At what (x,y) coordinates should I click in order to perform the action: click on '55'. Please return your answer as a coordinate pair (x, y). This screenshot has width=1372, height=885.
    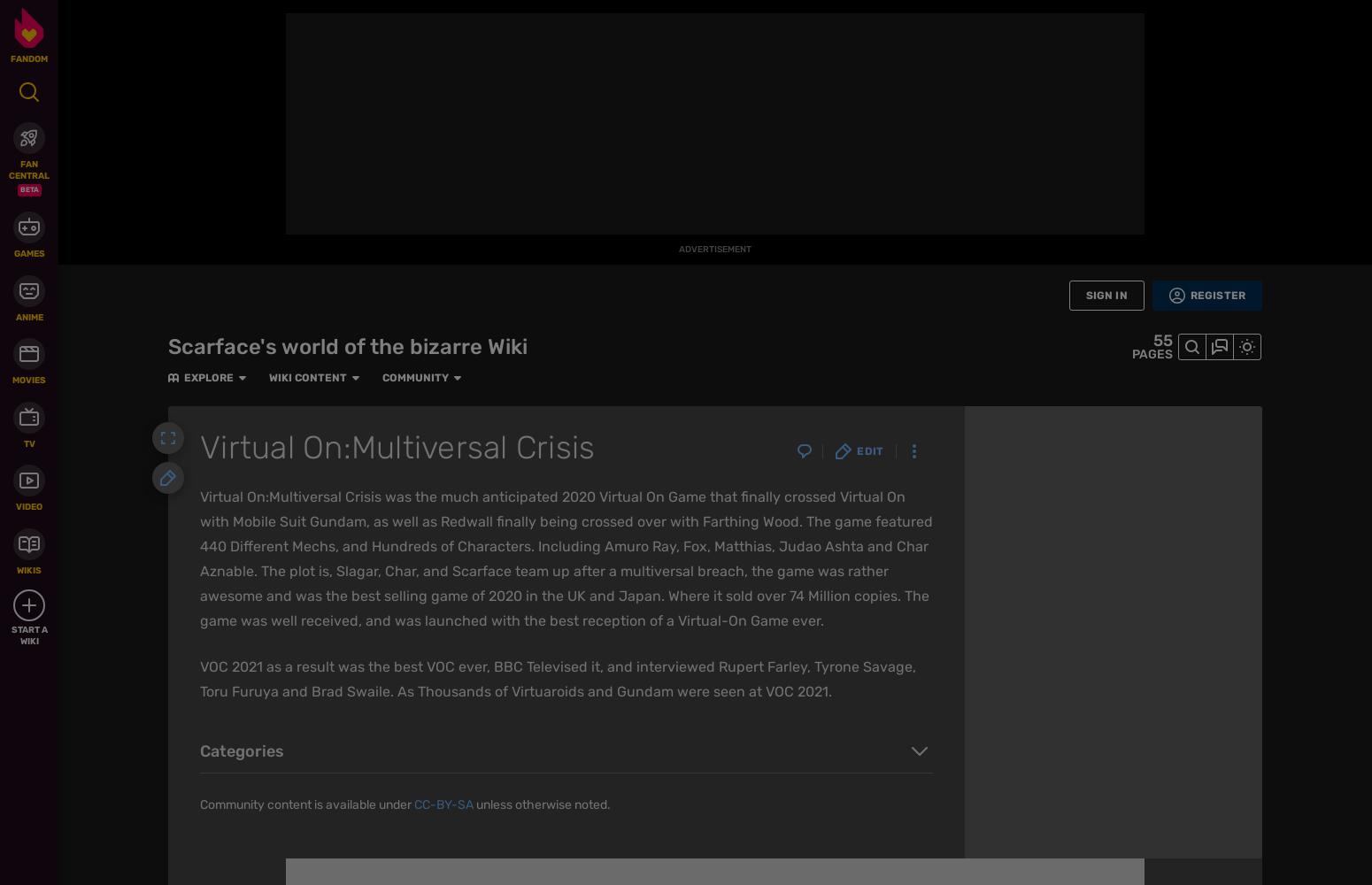
    Looking at the image, I should click on (1161, 341).